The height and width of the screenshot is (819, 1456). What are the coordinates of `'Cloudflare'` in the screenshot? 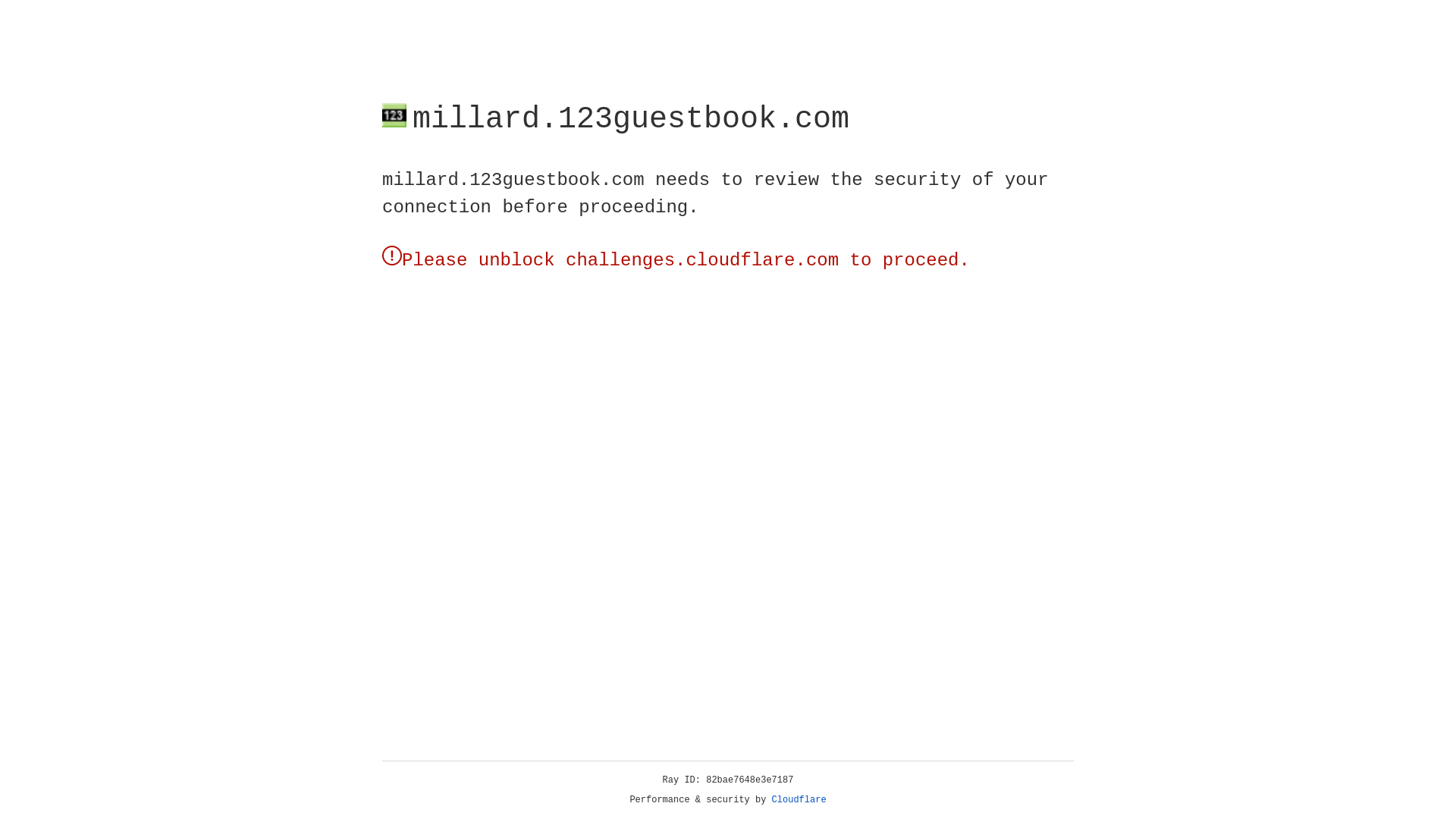 It's located at (799, 799).